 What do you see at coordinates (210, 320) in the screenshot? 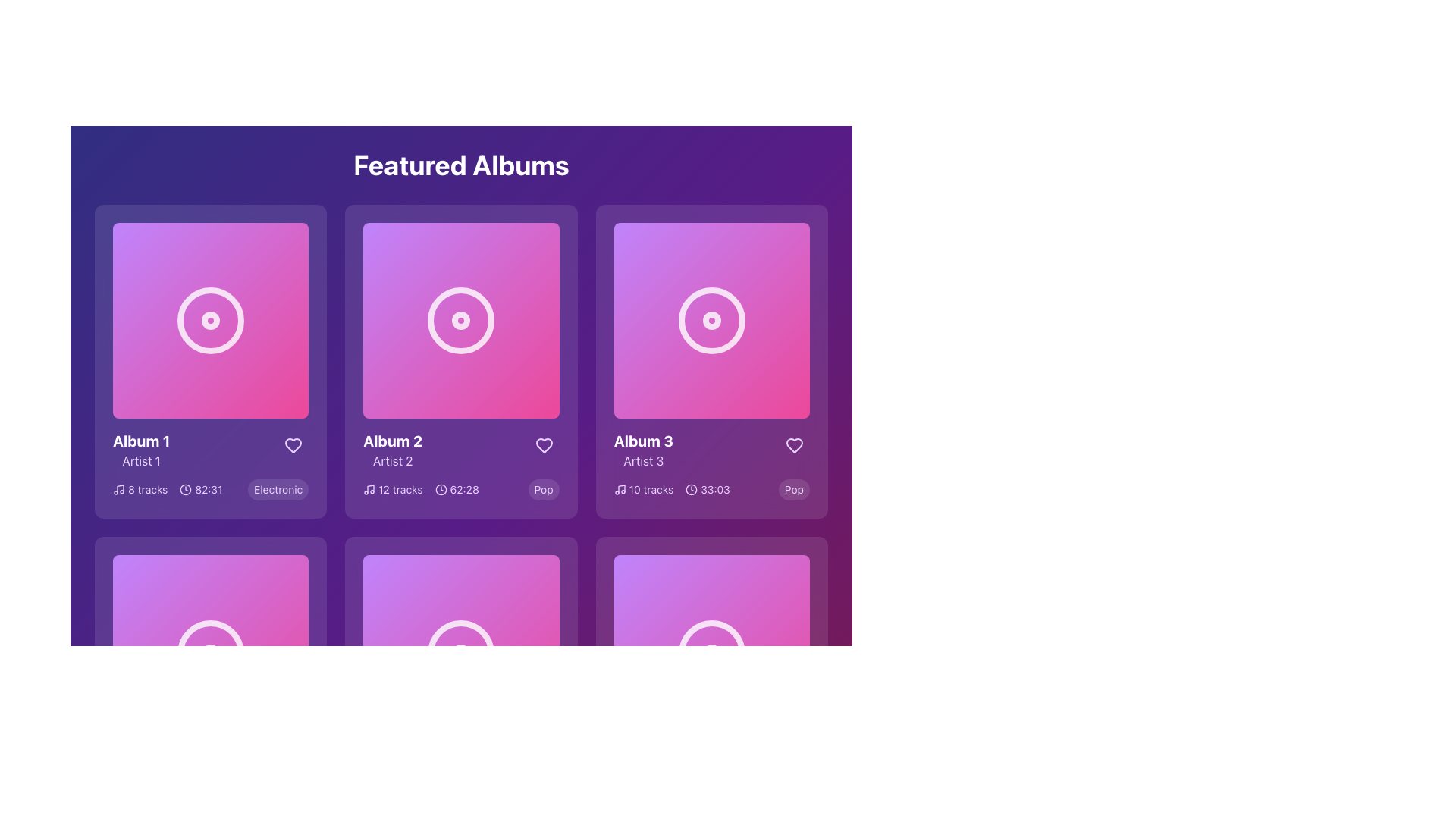
I see `the small disc-shaped icon, which is centrally located within the larger circular frame of the first album card titled 'Album 1'` at bounding box center [210, 320].